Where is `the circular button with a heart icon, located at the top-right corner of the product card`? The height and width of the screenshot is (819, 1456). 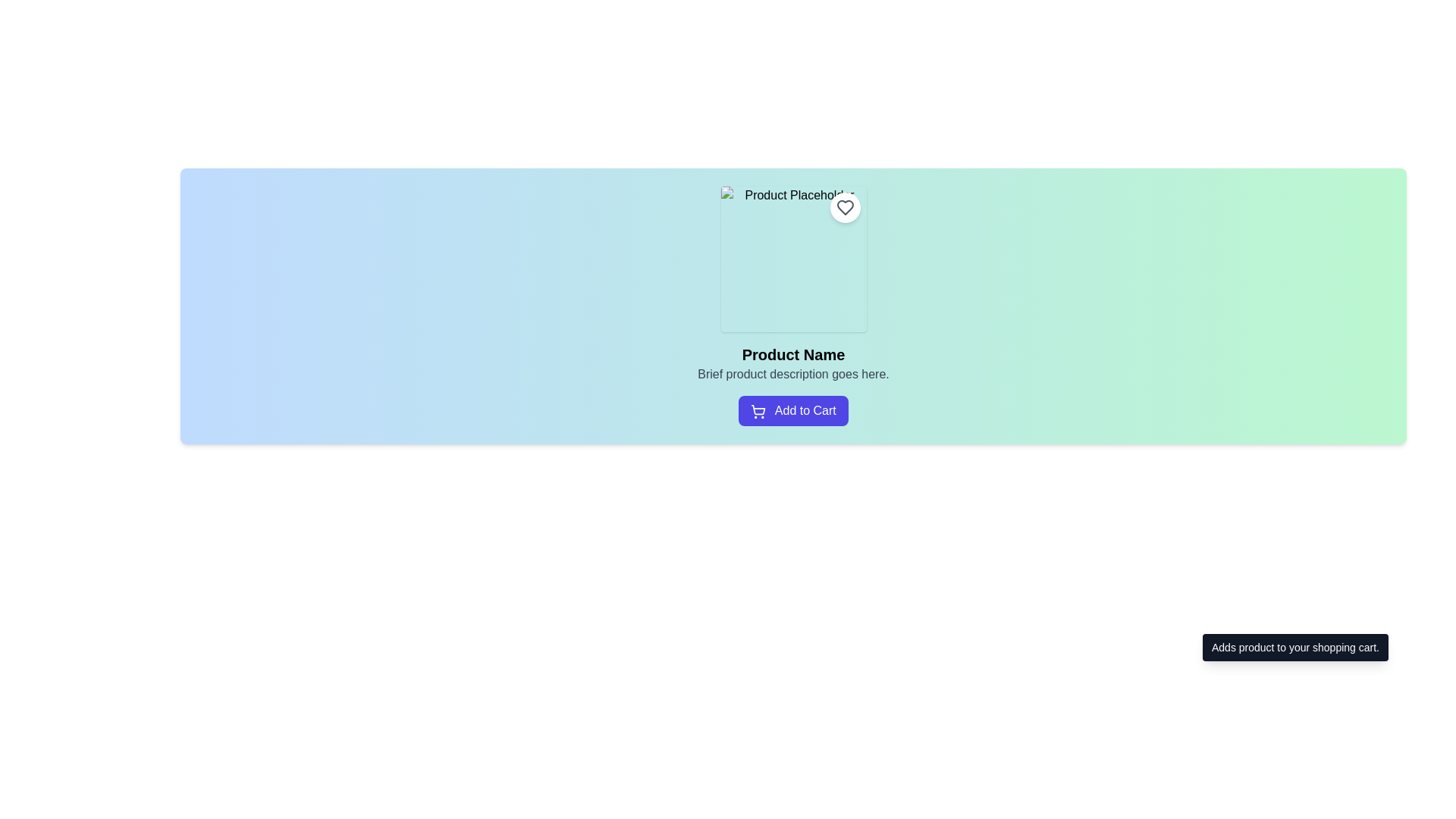
the circular button with a heart icon, located at the top-right corner of the product card is located at coordinates (844, 207).